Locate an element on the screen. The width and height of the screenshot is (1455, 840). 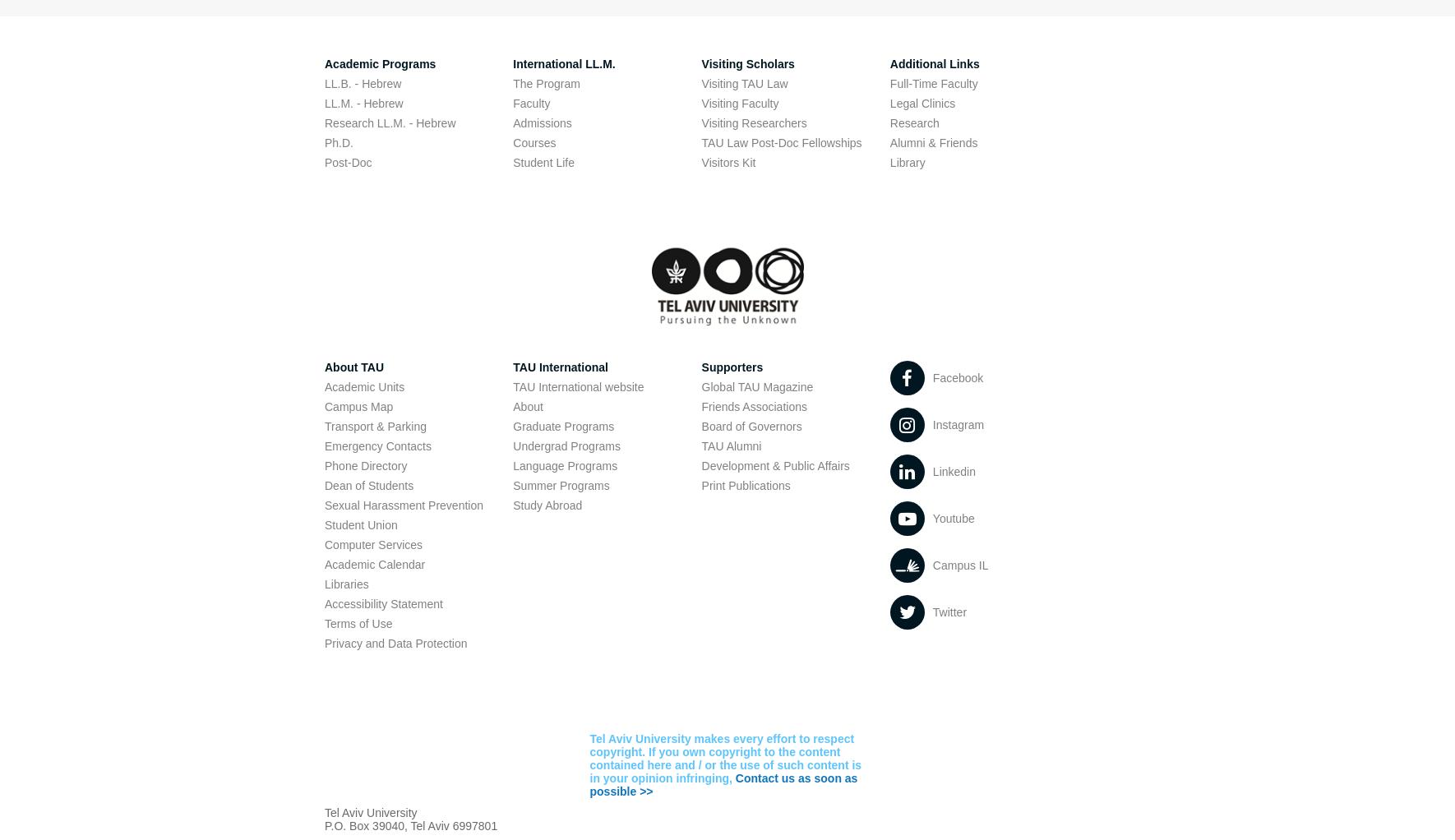
'TAU Alumni' is located at coordinates (730, 445).